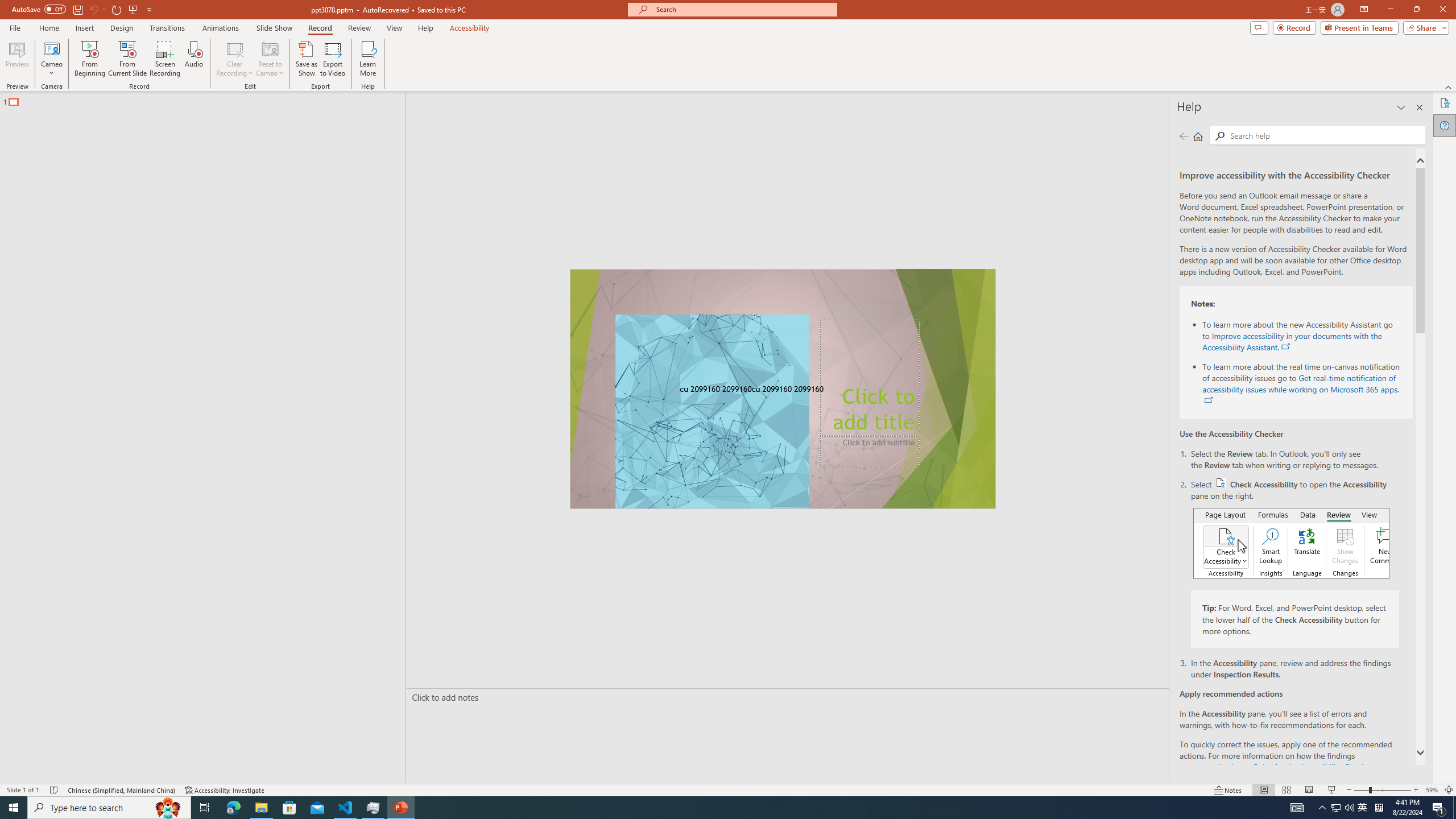 This screenshot has width=1456, height=819. What do you see at coordinates (51, 48) in the screenshot?
I see `'Cameo'` at bounding box center [51, 48].